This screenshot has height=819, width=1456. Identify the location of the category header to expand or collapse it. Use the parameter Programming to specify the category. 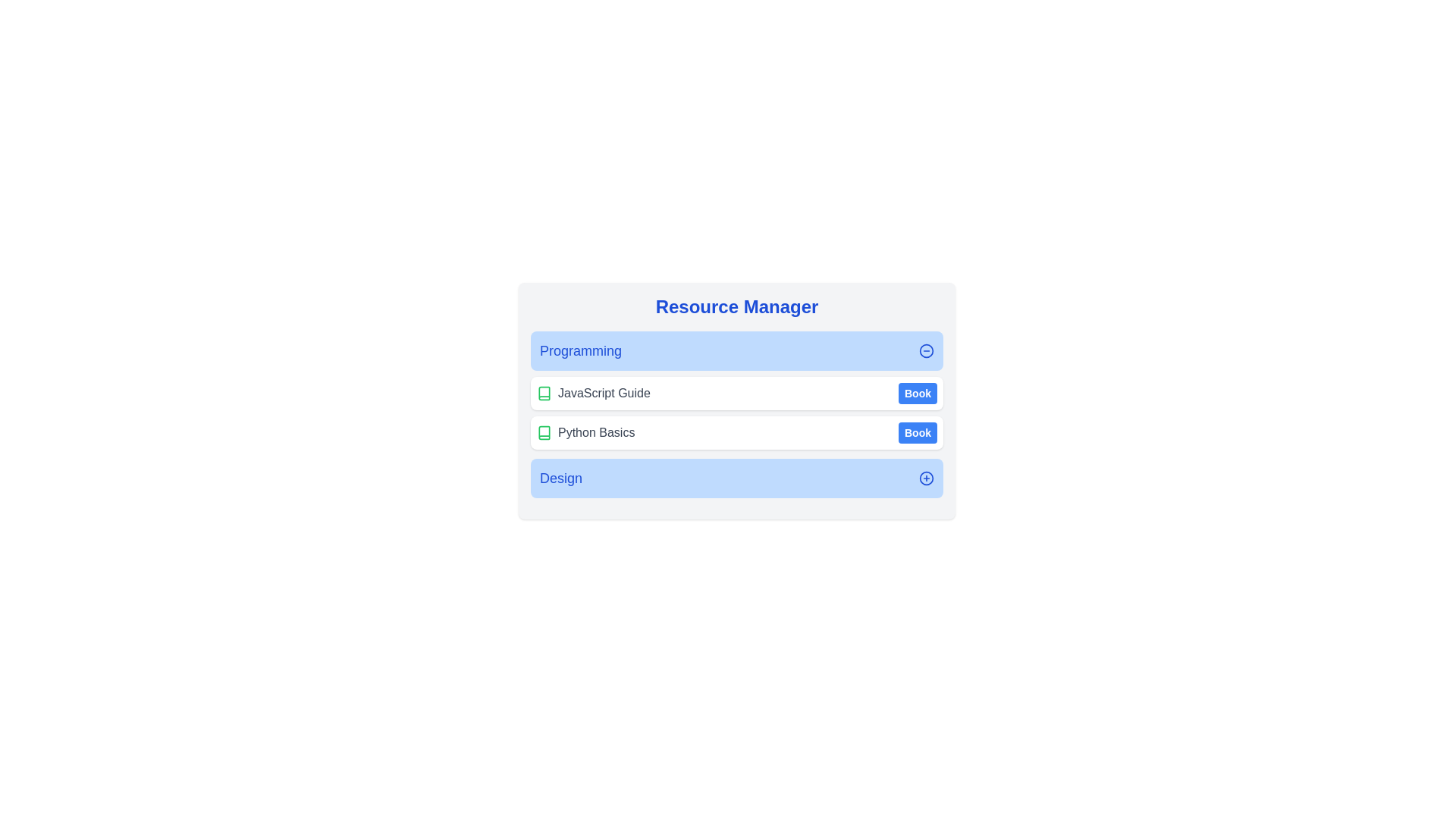
(736, 350).